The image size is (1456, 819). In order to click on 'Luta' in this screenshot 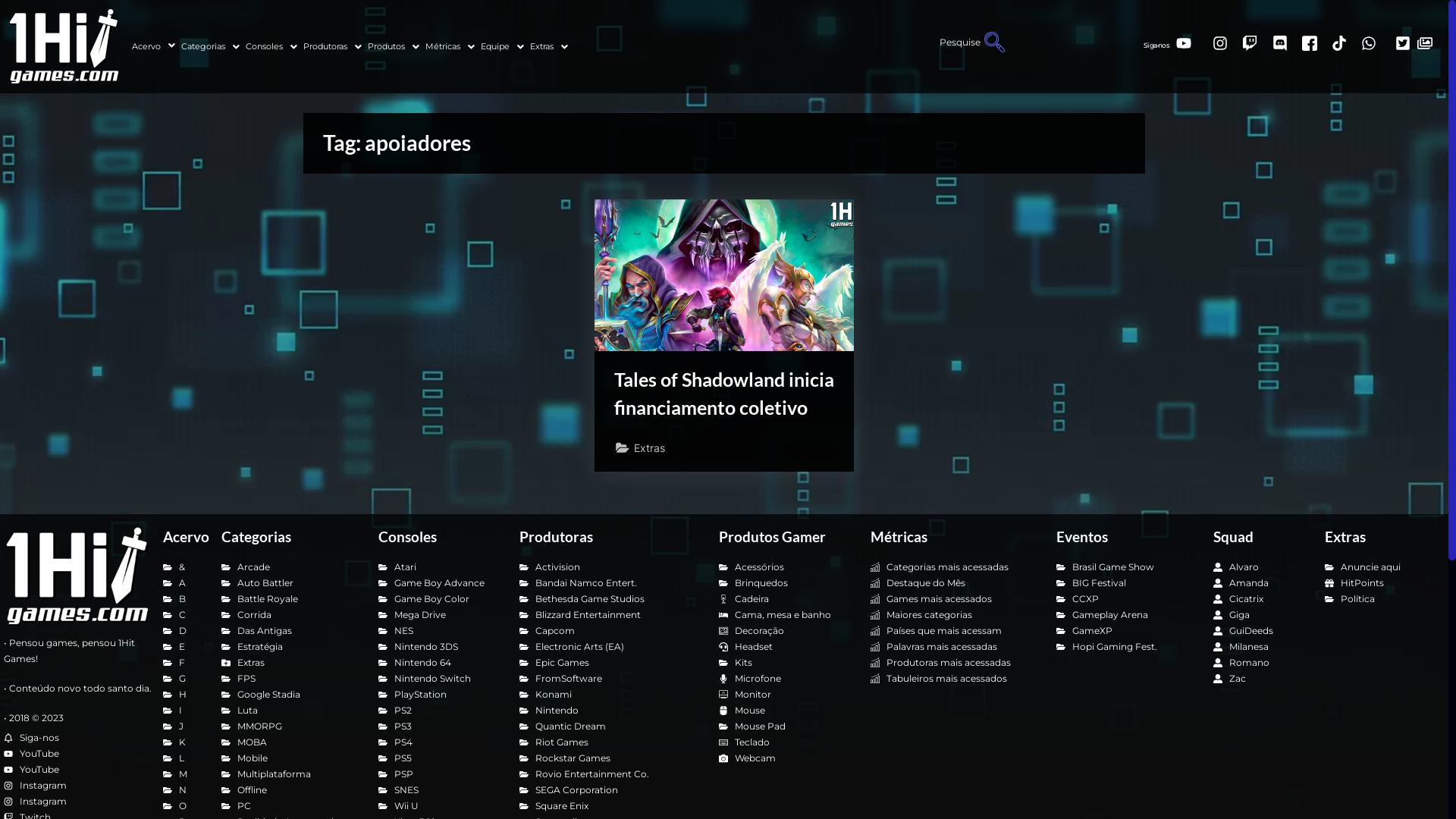, I will do `click(292, 710)`.